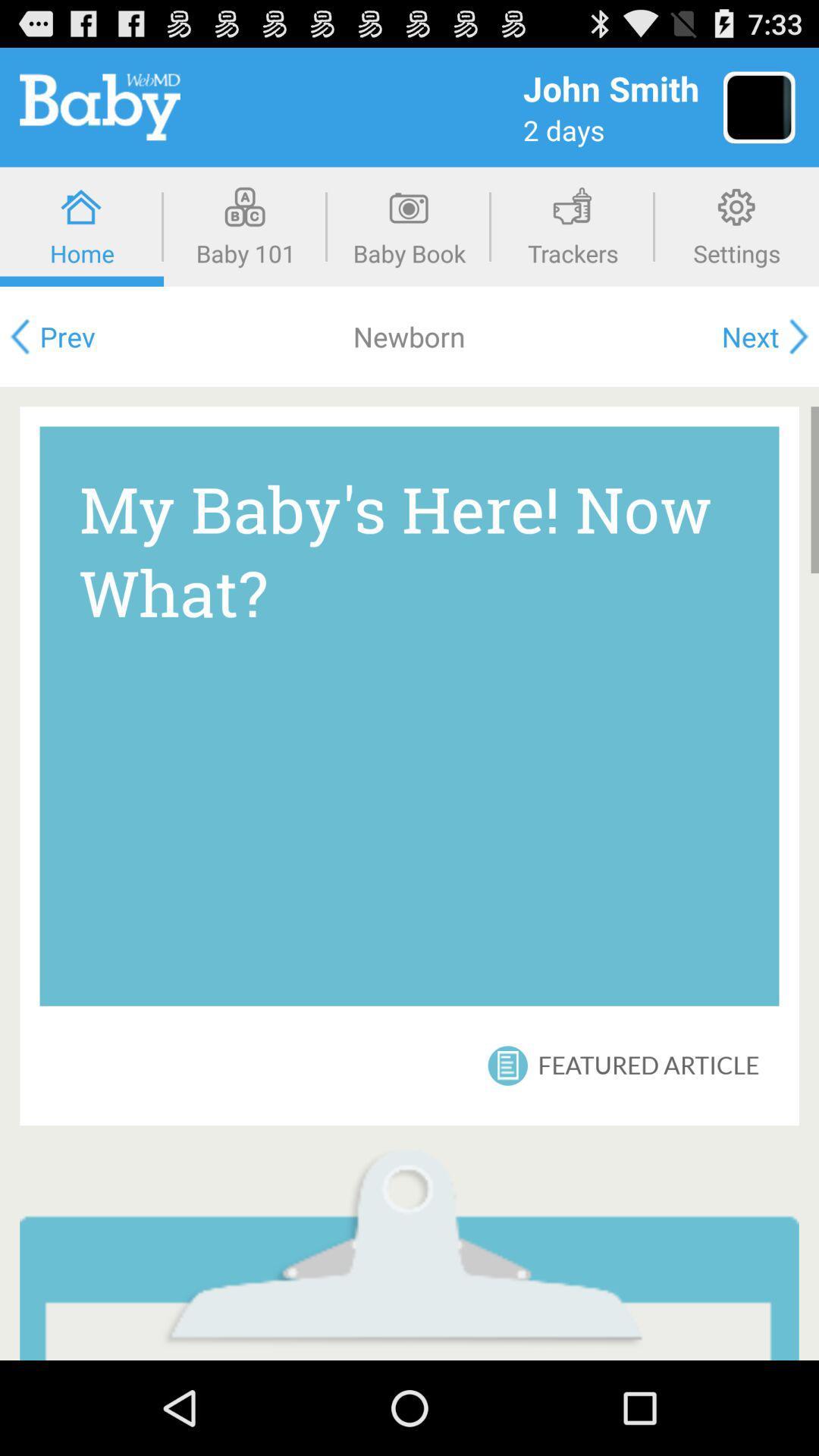  I want to click on item at the bottom right corner, so click(648, 1065).